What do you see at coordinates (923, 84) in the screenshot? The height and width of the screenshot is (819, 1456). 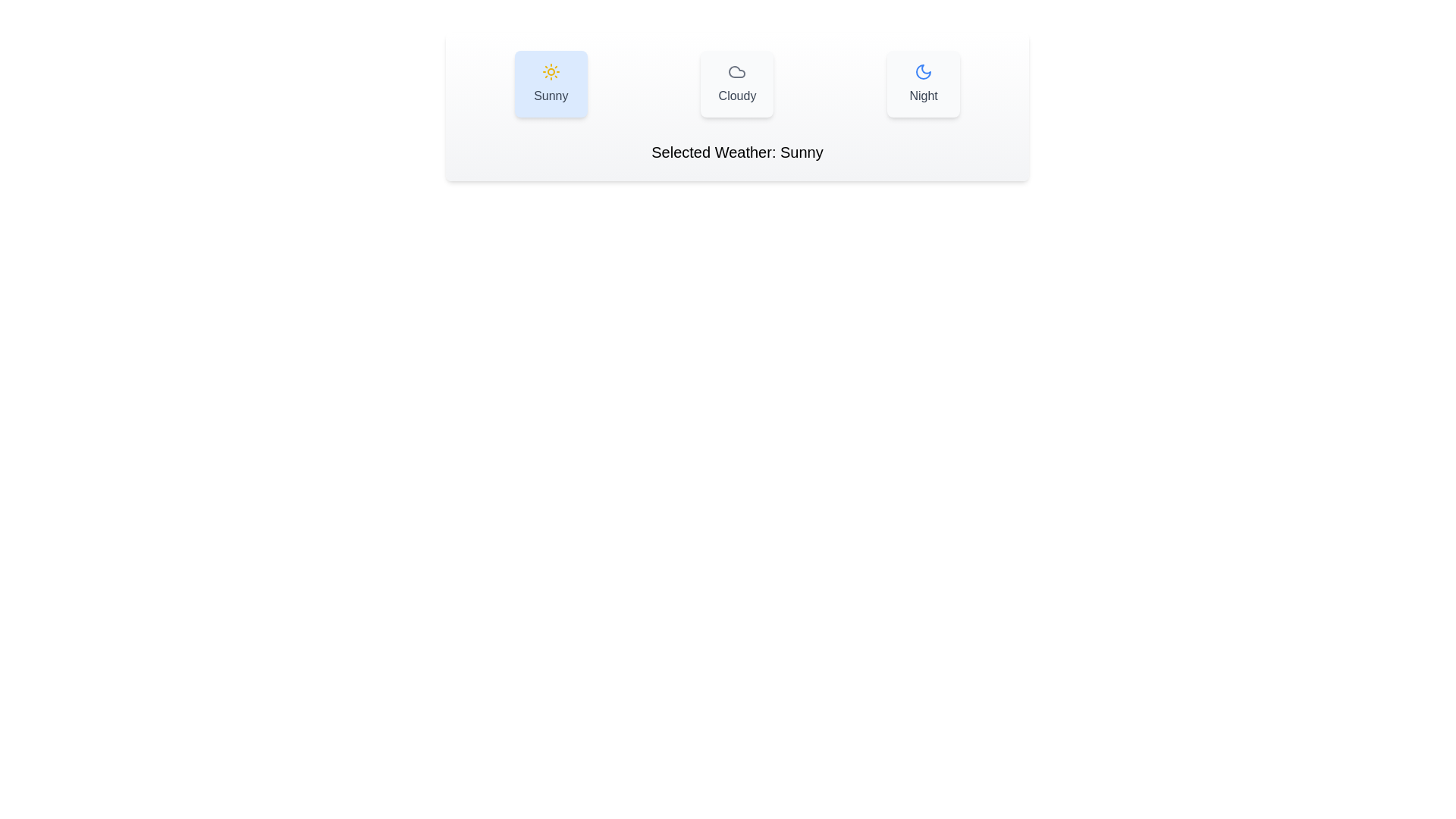 I see `the weather option Night by clicking on the corresponding button` at bounding box center [923, 84].